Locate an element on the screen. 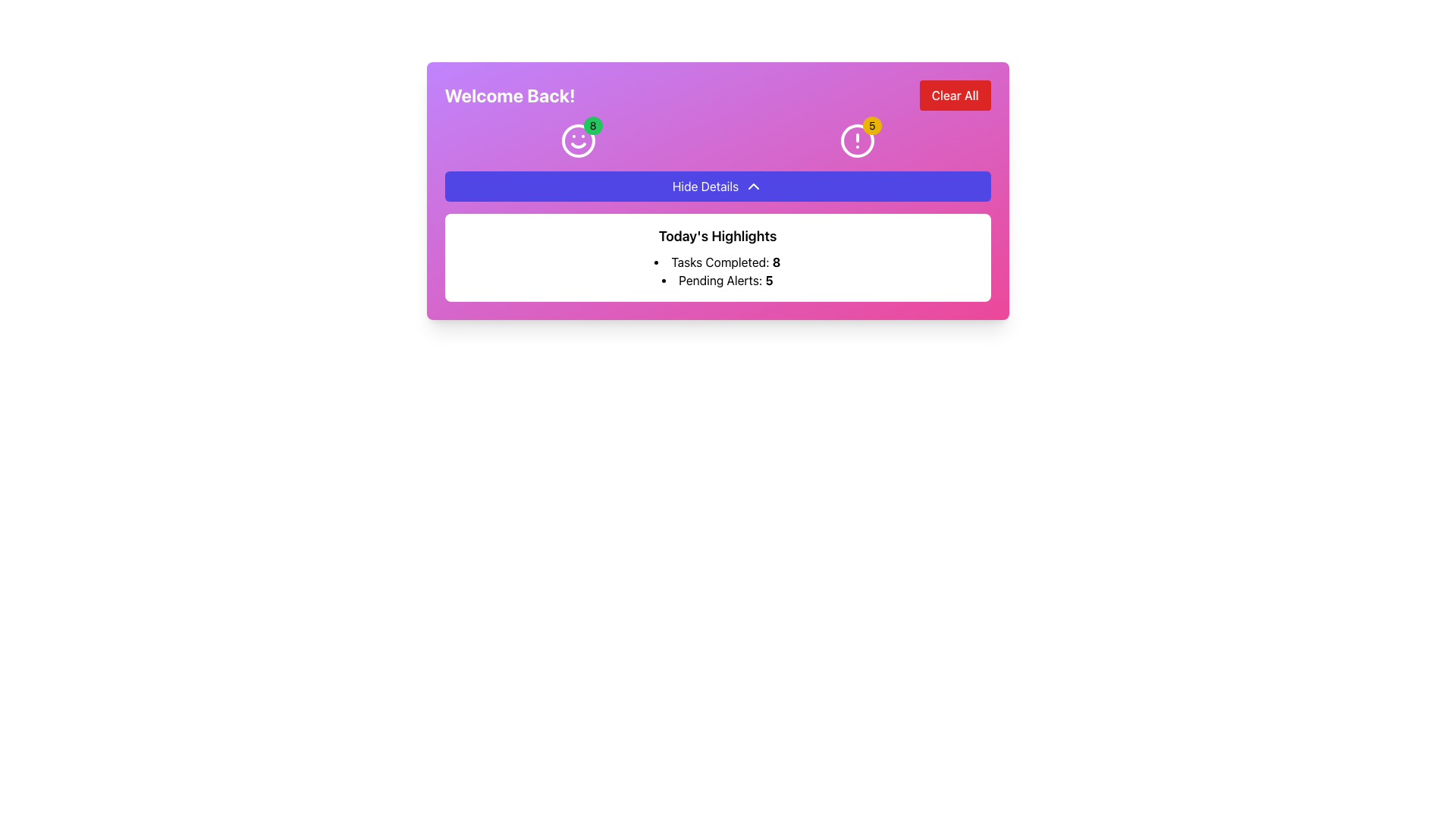 This screenshot has width=1456, height=819. the numeral '5' in the phrase 'Pending Alerts: 5', located in the 'Today's Highlights' section at the bottom-middle of the interface is located at coordinates (769, 281).